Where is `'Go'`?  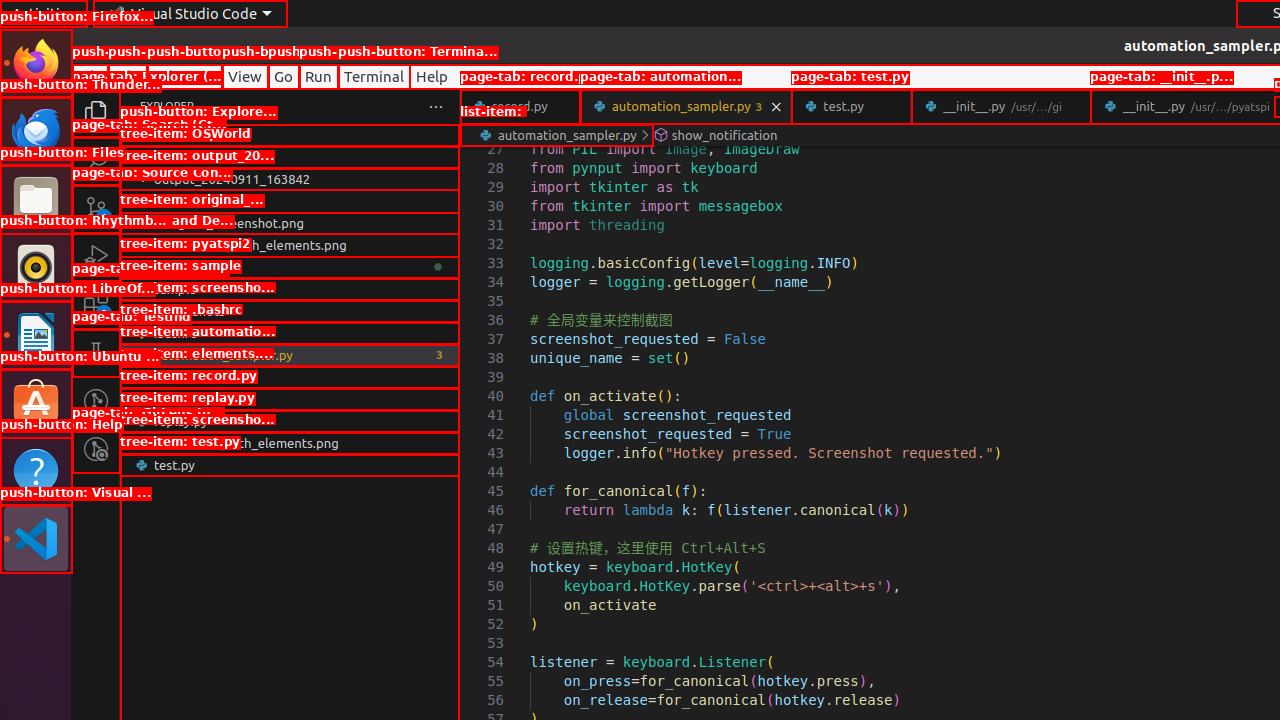
'Go' is located at coordinates (282, 75).